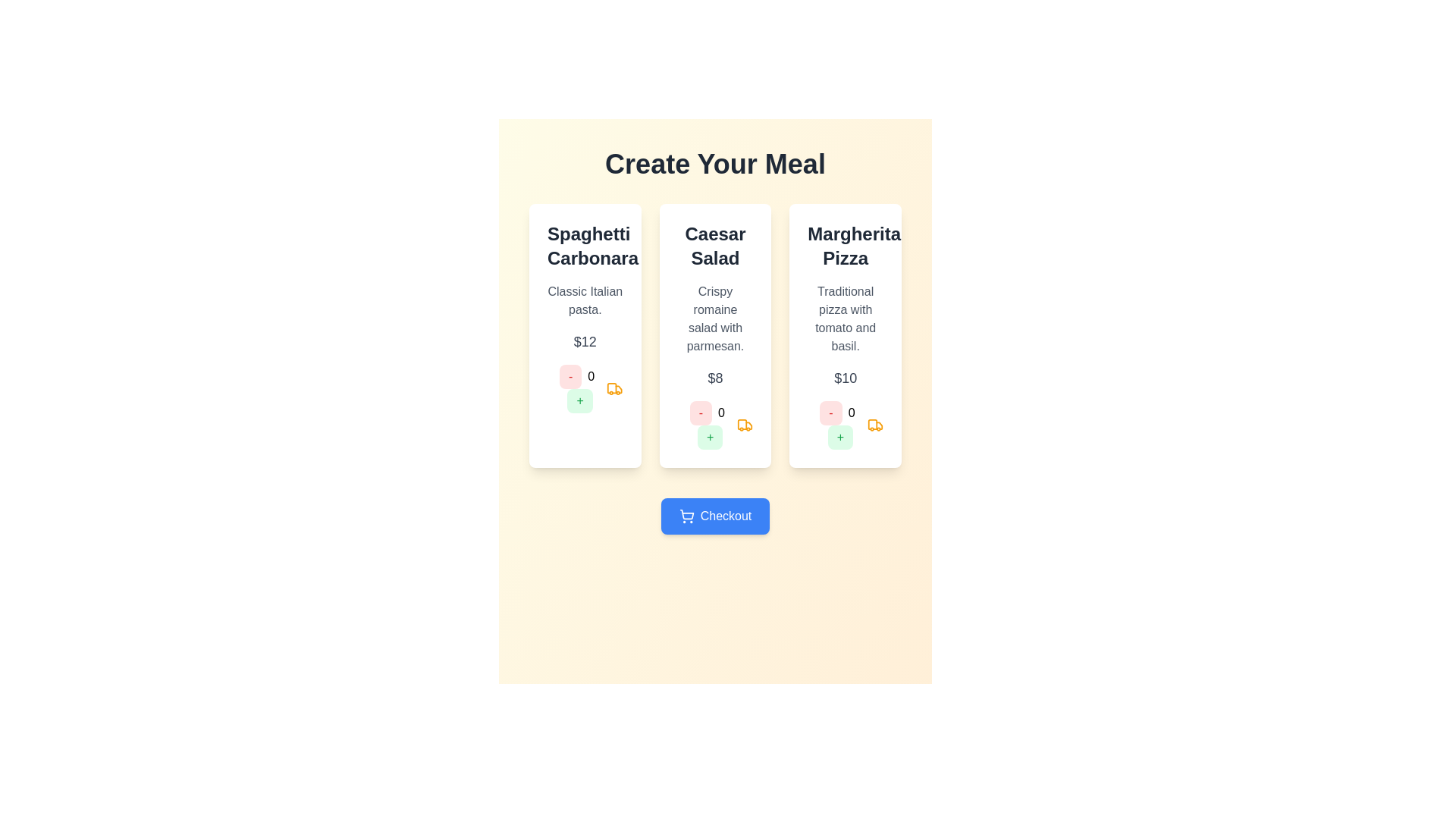 This screenshot has width=1456, height=819. I want to click on the header element displaying 'Create Your Meal', which is styled prominently and centered at the top of the content area, so click(714, 164).